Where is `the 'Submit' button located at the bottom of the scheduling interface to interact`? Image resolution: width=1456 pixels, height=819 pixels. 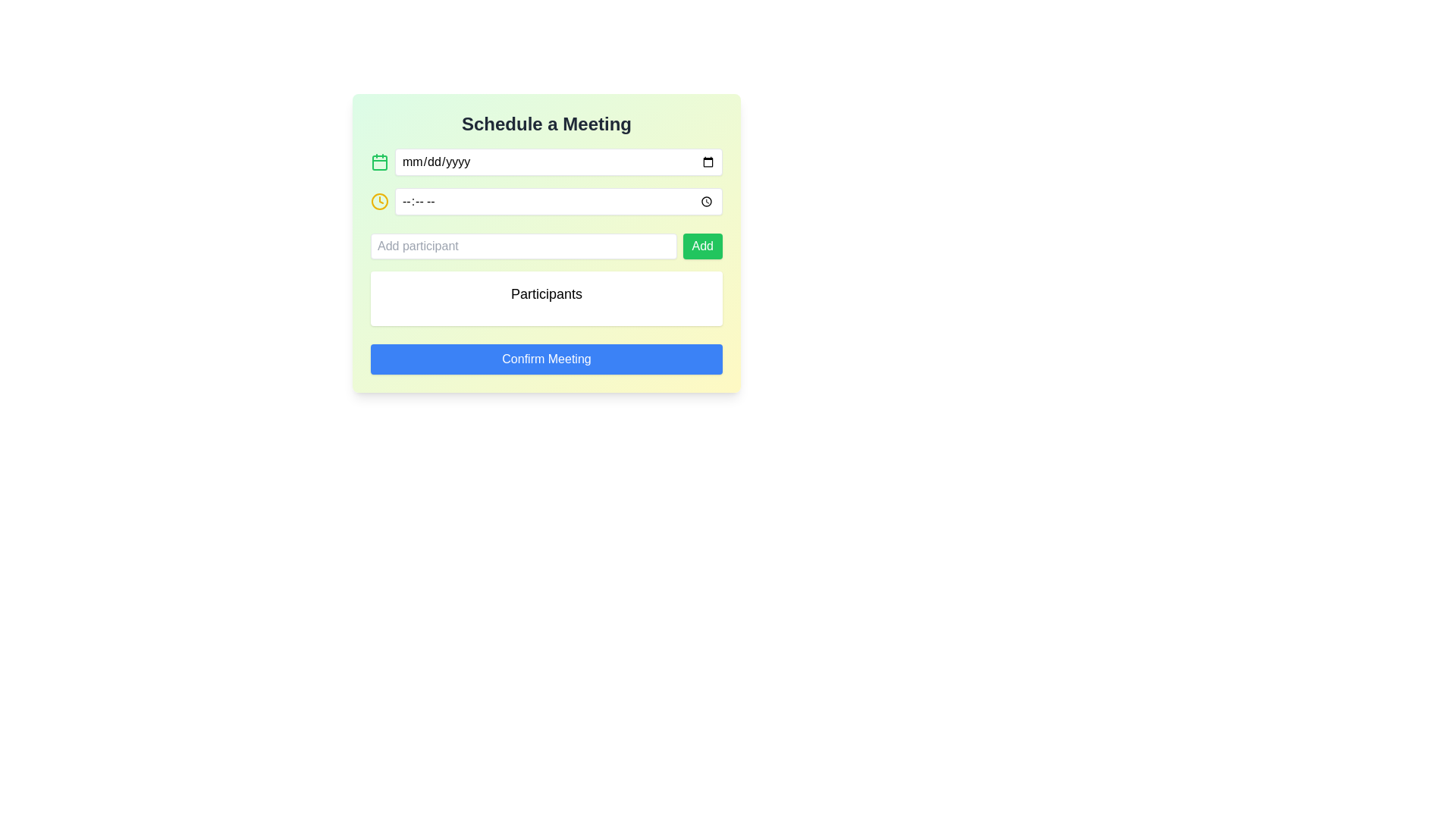
the 'Submit' button located at the bottom of the scheduling interface to interact is located at coordinates (546, 359).